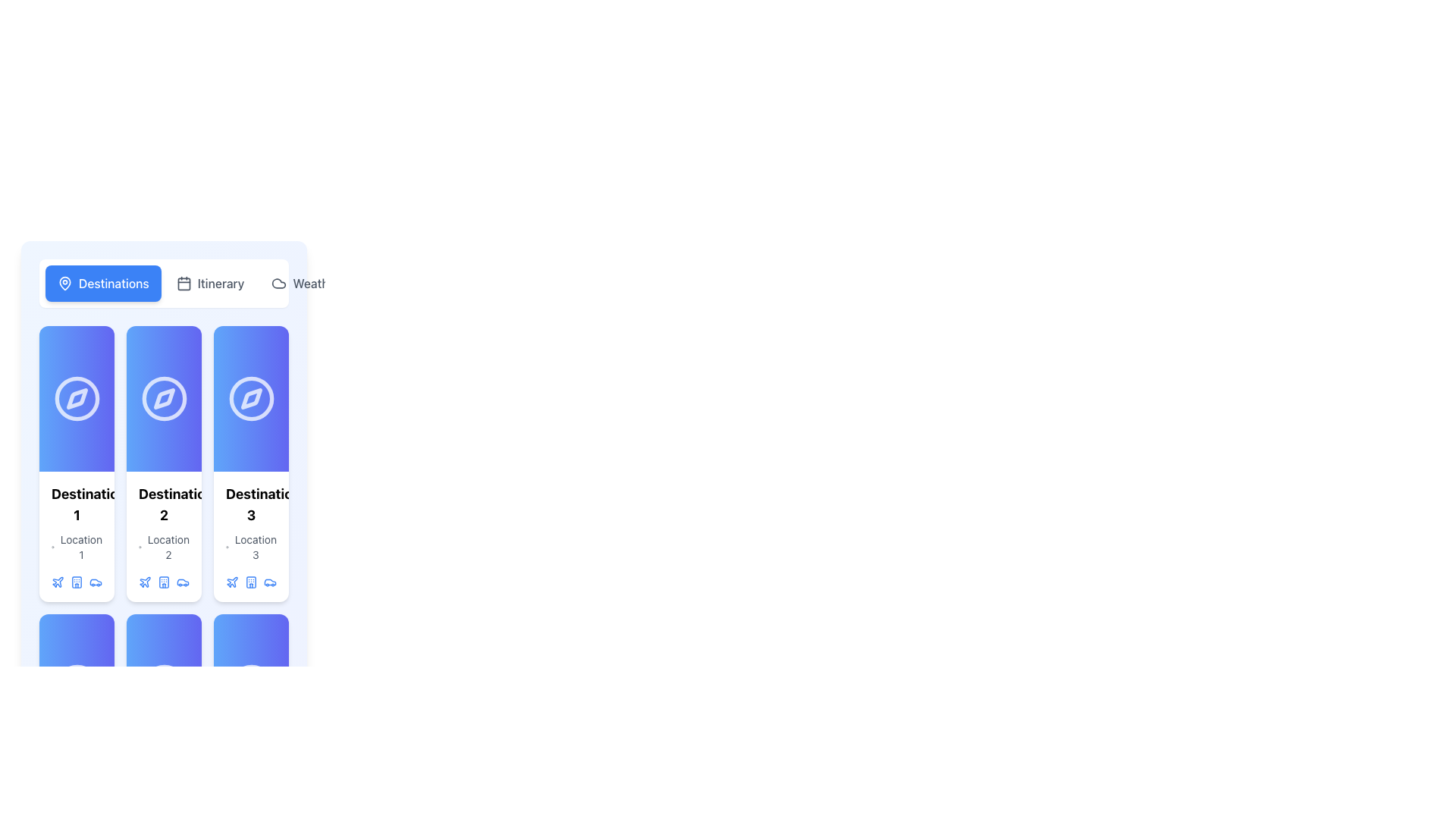  I want to click on the blue outlined plane icon located at the bottom row of the card labeled Destination 3, which is the first icon from the left, so click(231, 581).